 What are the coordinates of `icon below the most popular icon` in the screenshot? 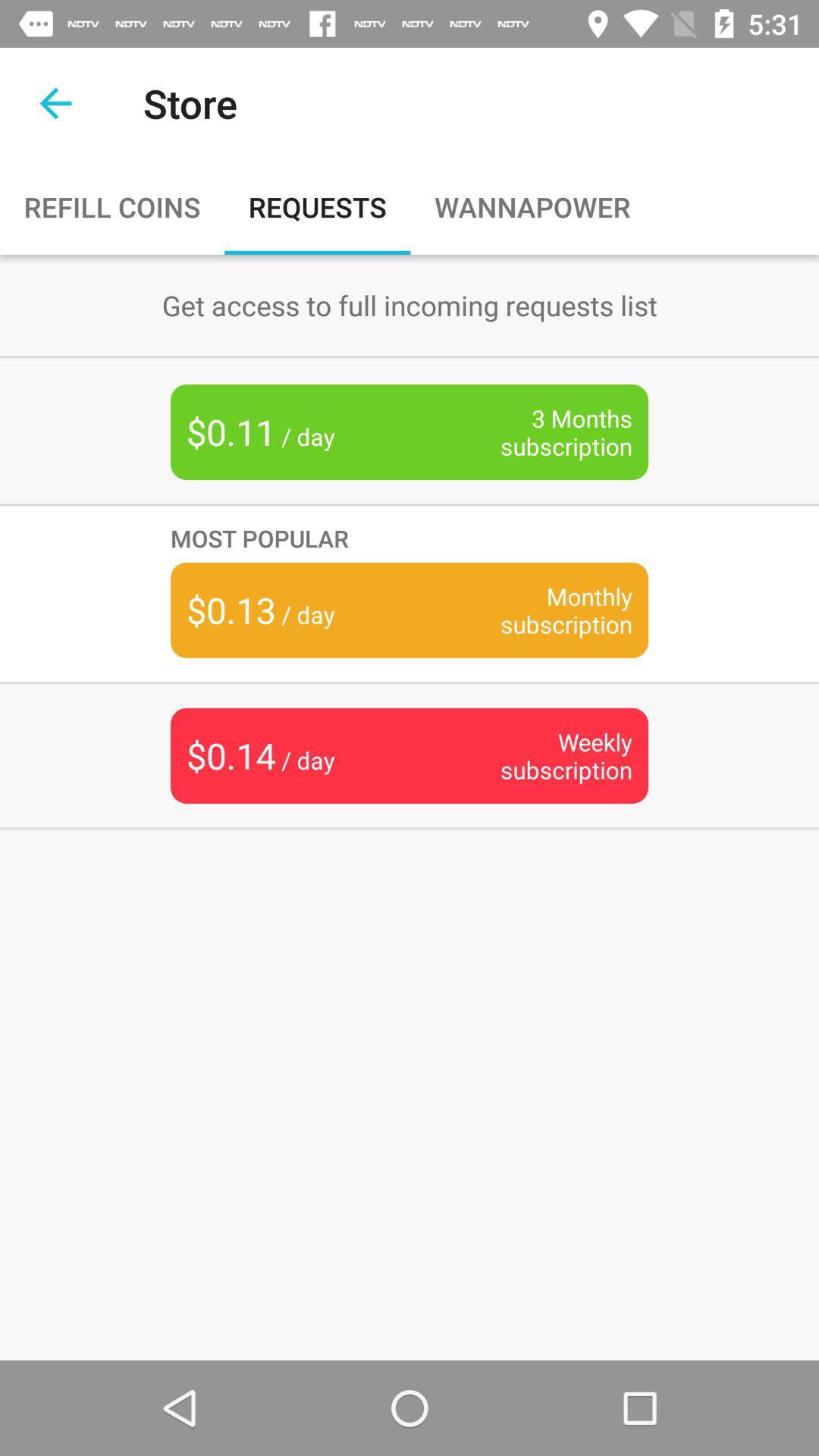 It's located at (542, 610).